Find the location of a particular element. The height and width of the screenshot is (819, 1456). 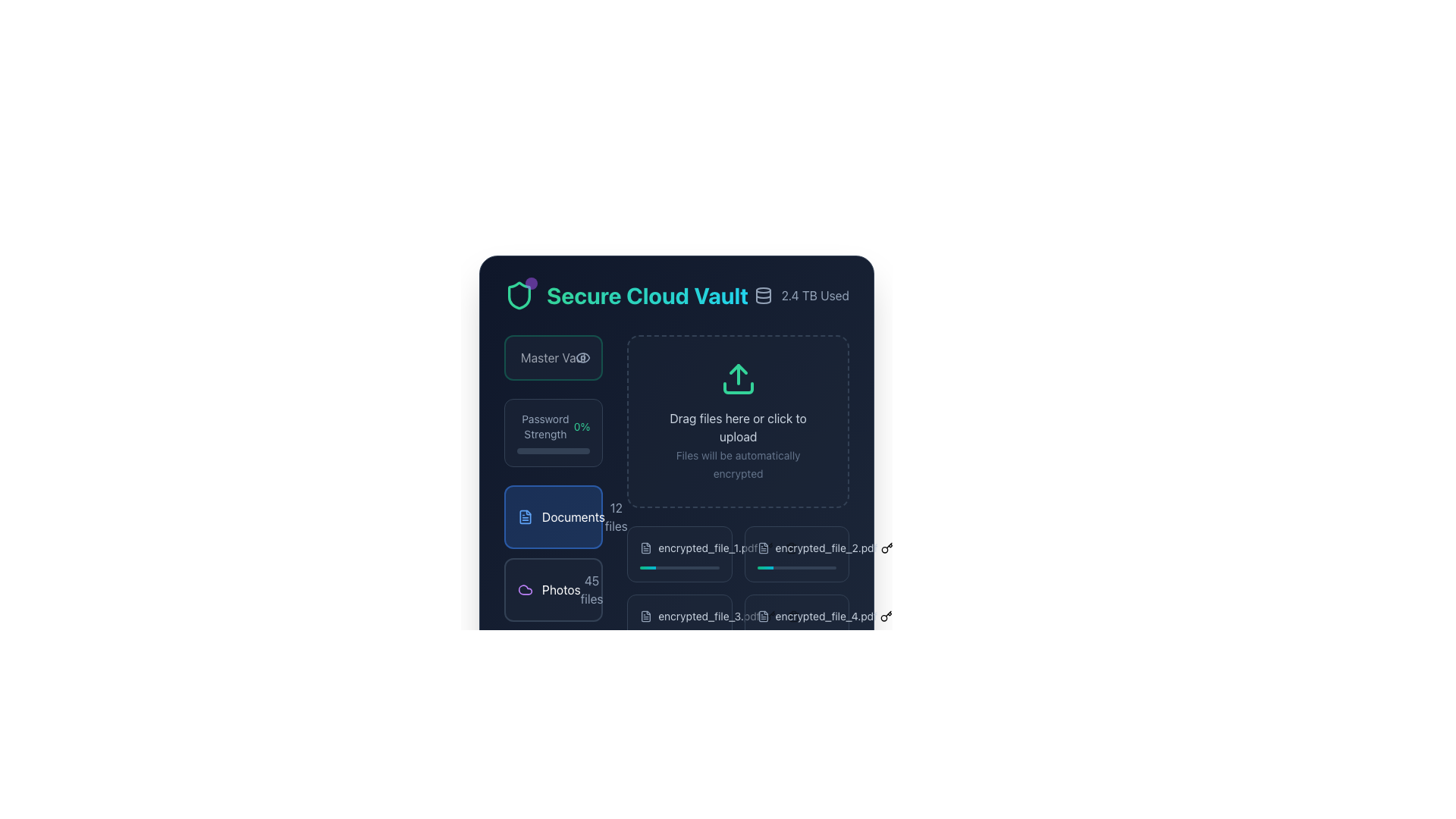

the text label 'encrypted_file_2.pdf' which is the second item in the file entries list, located in the top-right corner of the 'Documents' group is located at coordinates (795, 548).